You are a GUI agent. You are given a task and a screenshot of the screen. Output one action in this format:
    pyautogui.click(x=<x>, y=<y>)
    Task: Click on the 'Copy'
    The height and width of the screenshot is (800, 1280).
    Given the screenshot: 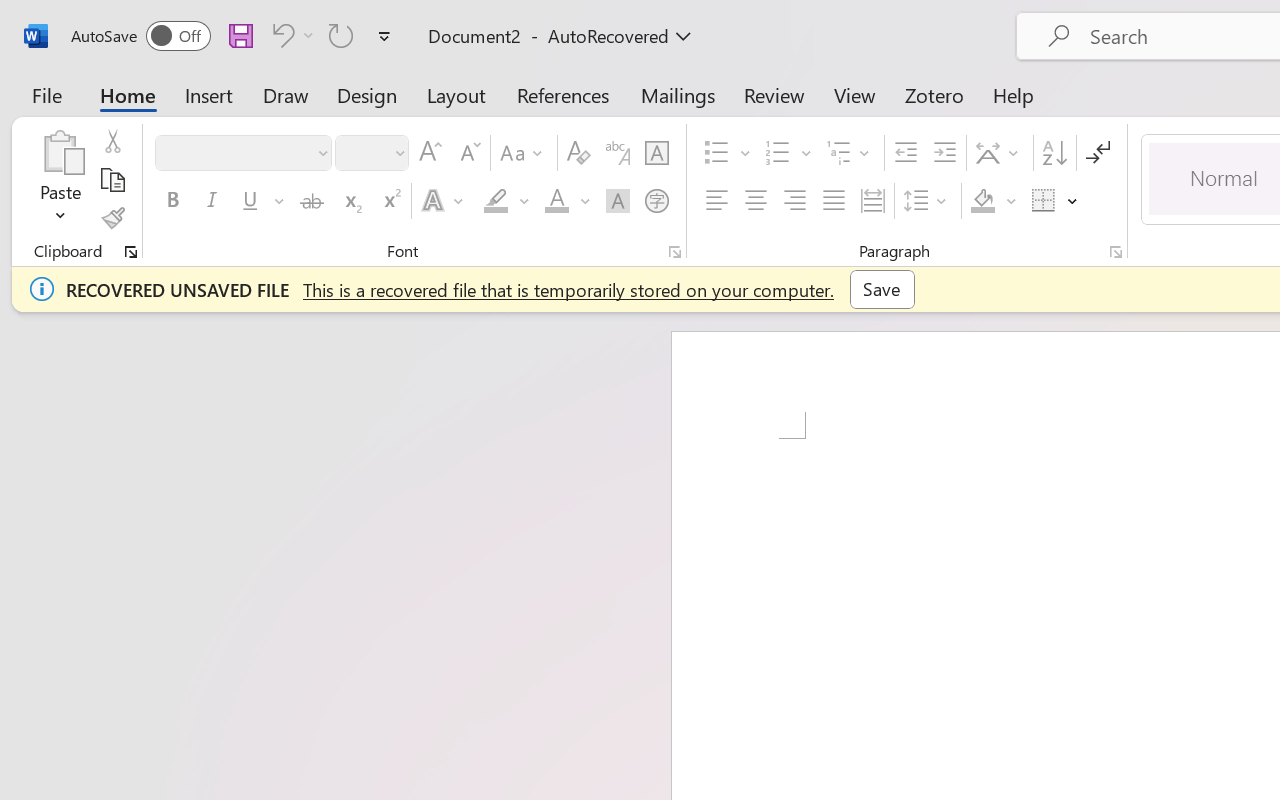 What is the action you would take?
    pyautogui.click(x=111, y=179)
    